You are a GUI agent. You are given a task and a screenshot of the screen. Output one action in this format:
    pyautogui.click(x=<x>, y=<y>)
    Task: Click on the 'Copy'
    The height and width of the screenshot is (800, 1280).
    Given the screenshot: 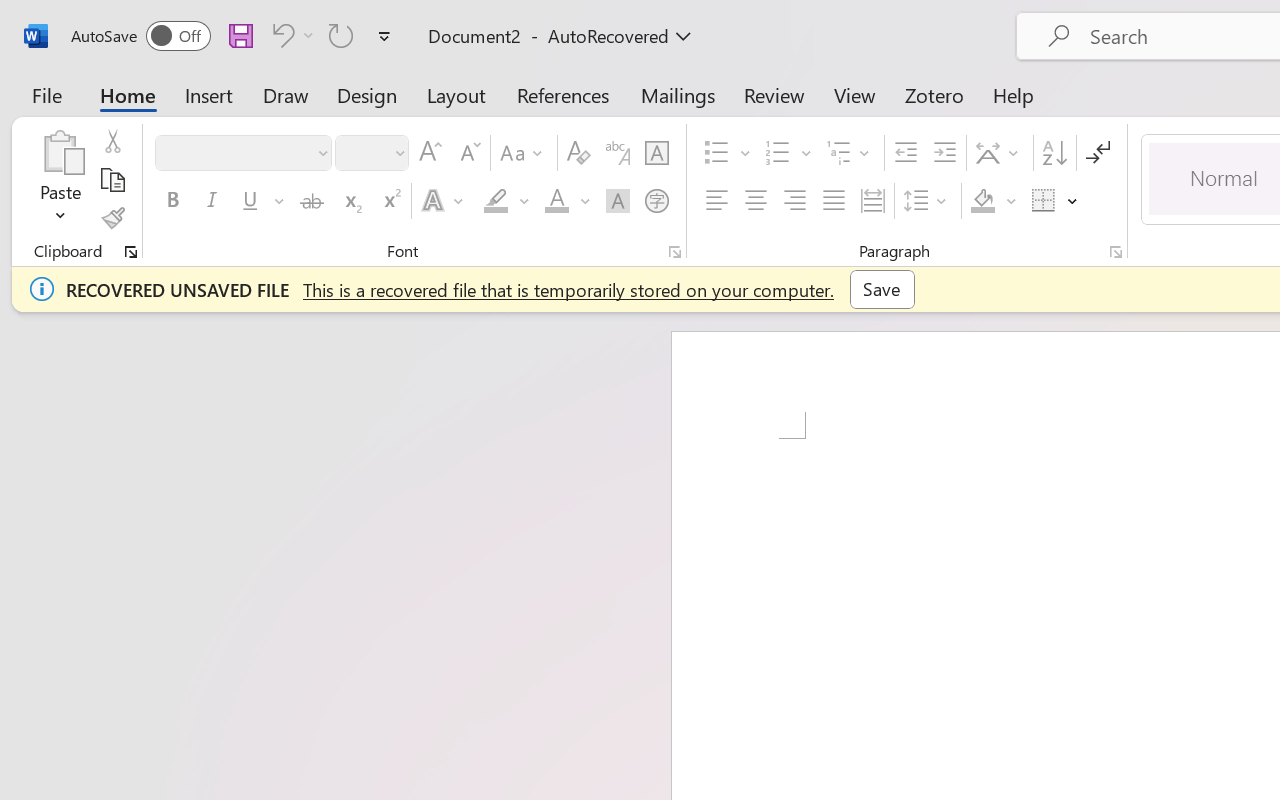 What is the action you would take?
    pyautogui.click(x=111, y=179)
    